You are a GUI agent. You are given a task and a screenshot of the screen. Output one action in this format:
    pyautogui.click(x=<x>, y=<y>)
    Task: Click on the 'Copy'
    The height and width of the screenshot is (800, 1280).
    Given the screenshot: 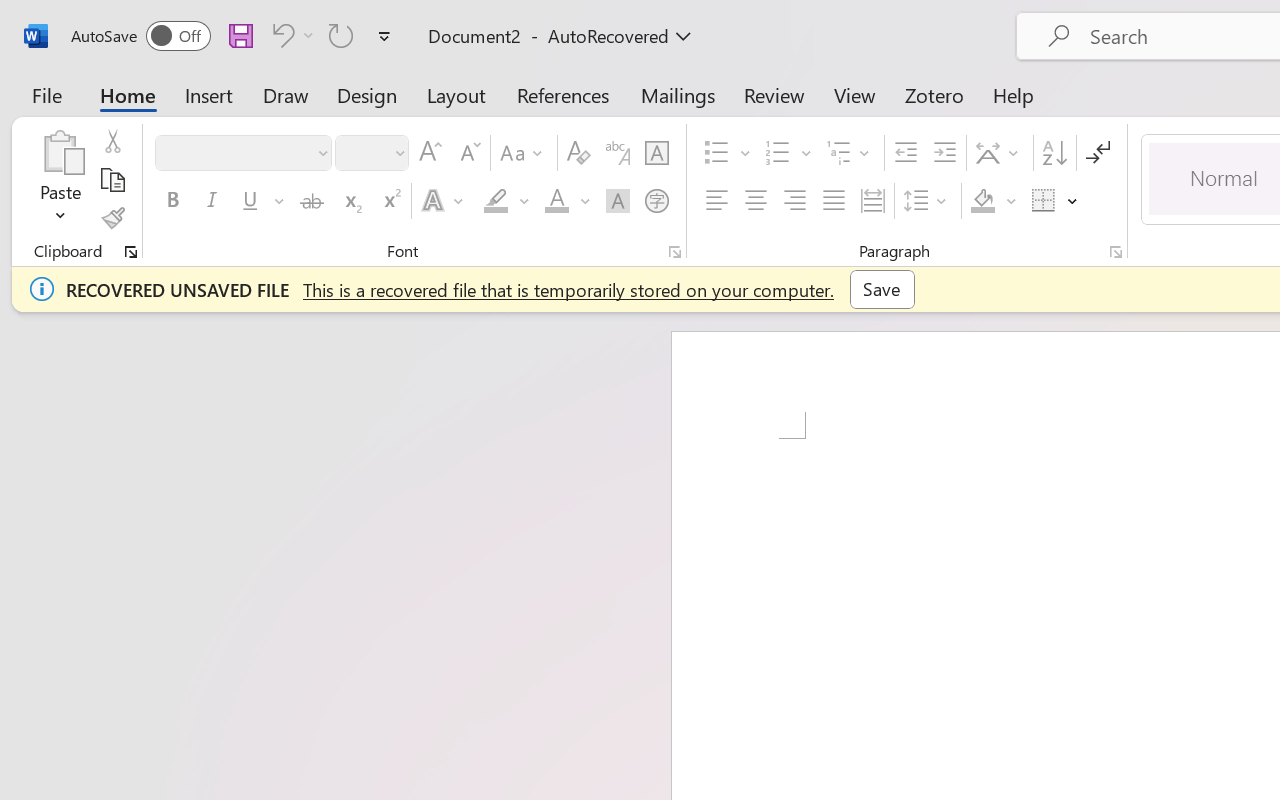 What is the action you would take?
    pyautogui.click(x=111, y=179)
    